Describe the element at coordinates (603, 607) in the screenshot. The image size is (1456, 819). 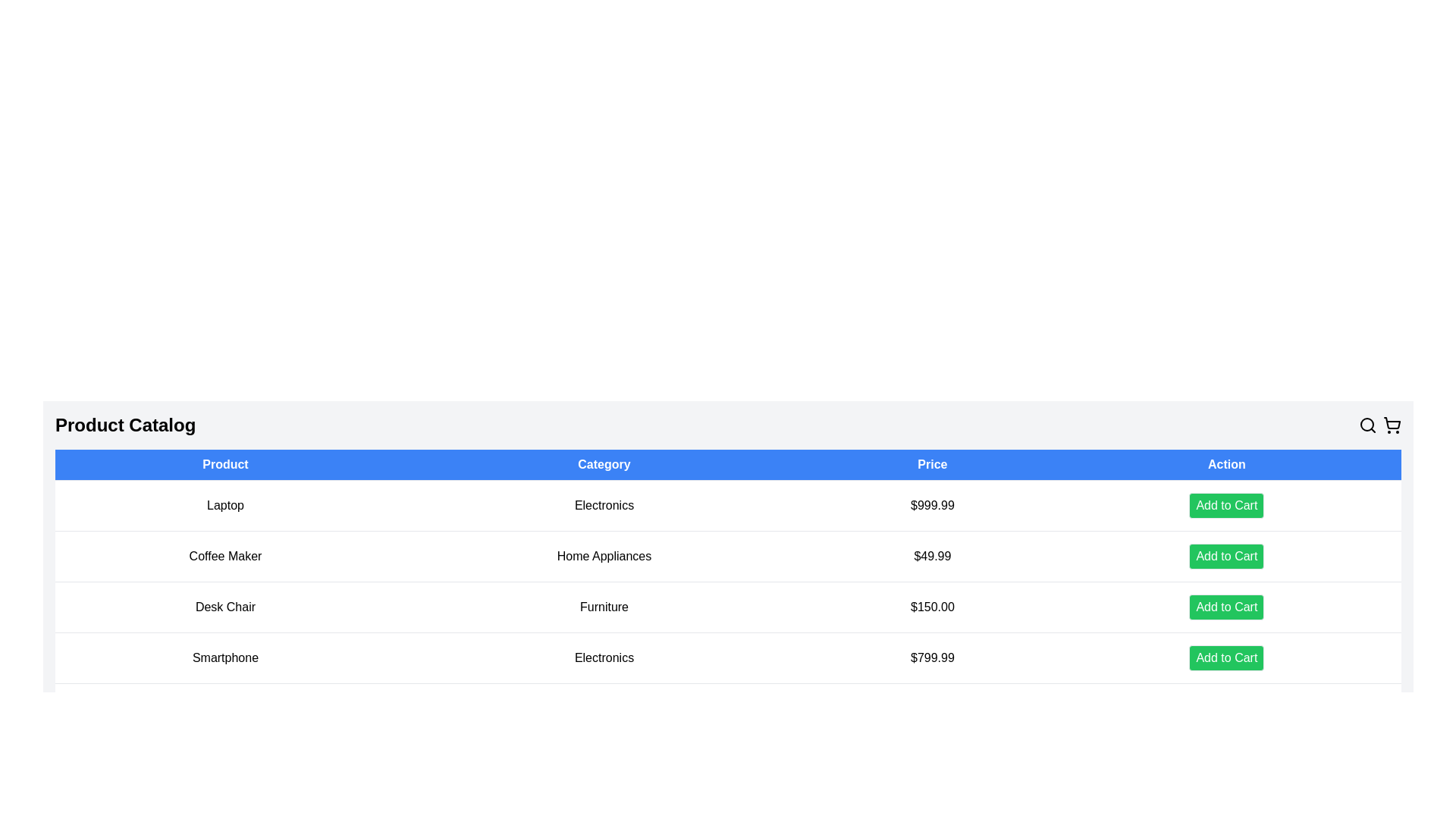
I see `text label displaying 'Furniture' in black font, located in the third row of the table under the 'Category' column, adjacent to 'Desk Chair' and '$150.00'` at that location.